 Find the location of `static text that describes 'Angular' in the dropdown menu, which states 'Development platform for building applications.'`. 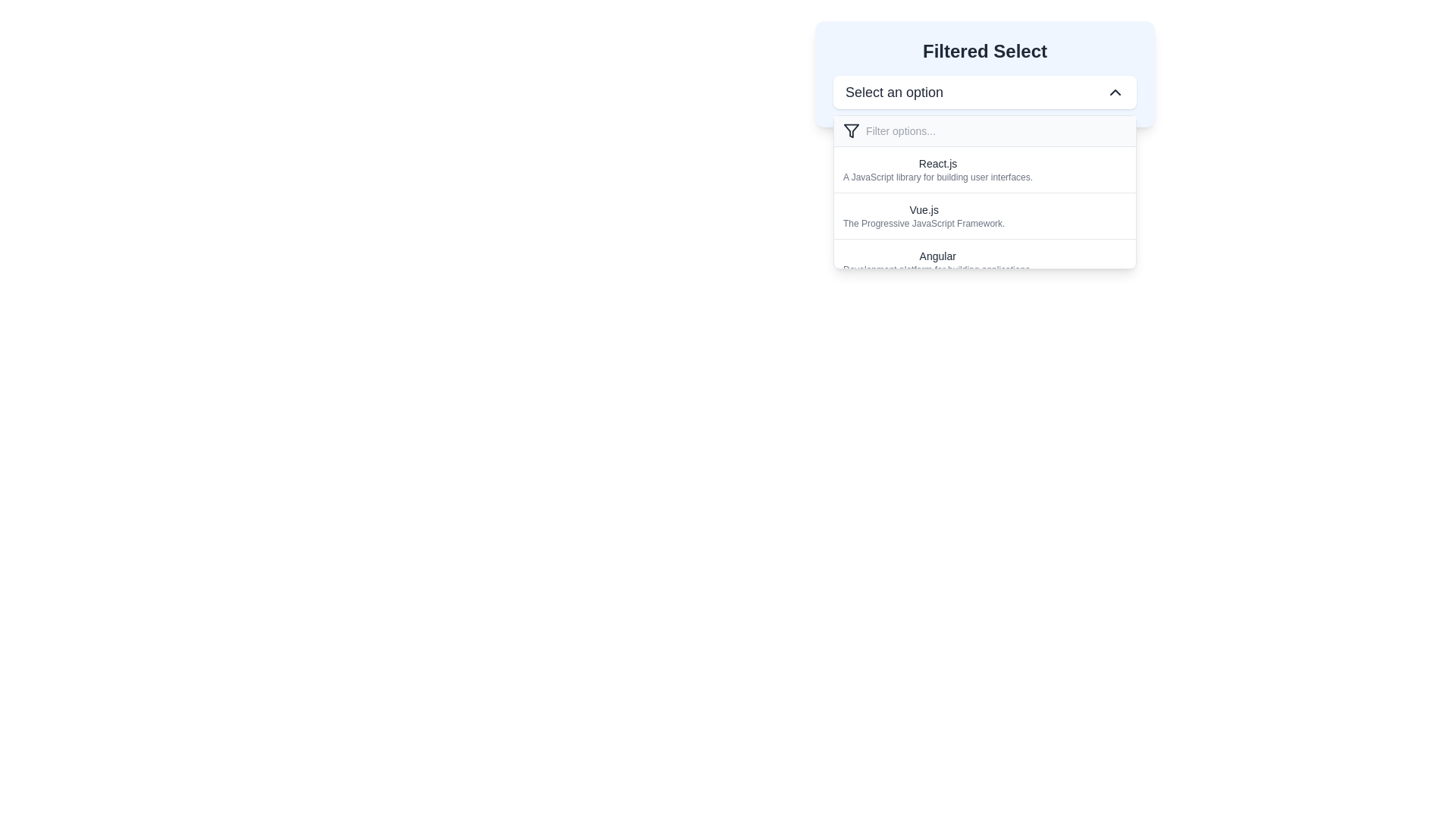

static text that describes 'Angular' in the dropdown menu, which states 'Development platform for building applications.' is located at coordinates (937, 268).